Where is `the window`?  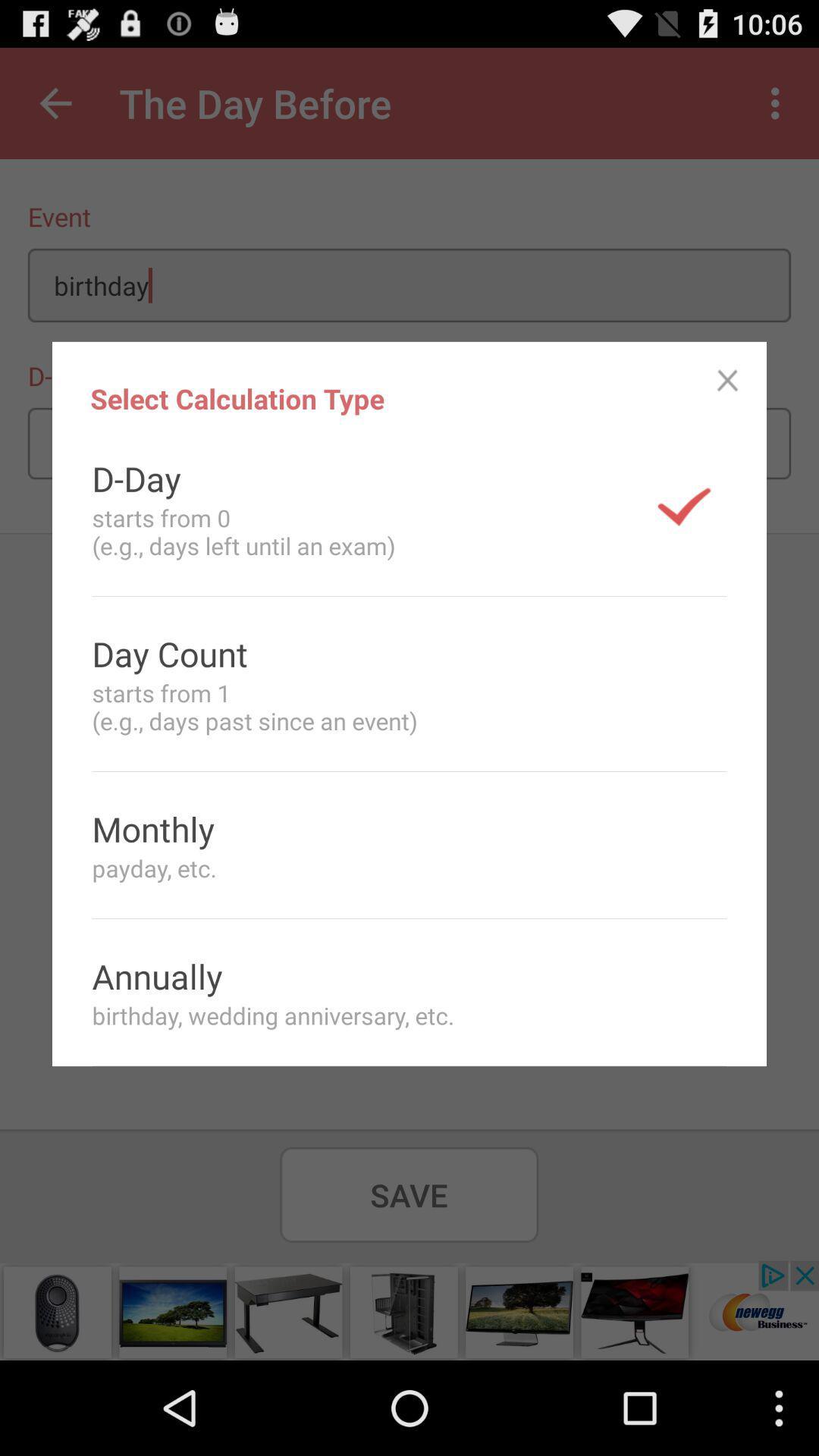
the window is located at coordinates (726, 381).